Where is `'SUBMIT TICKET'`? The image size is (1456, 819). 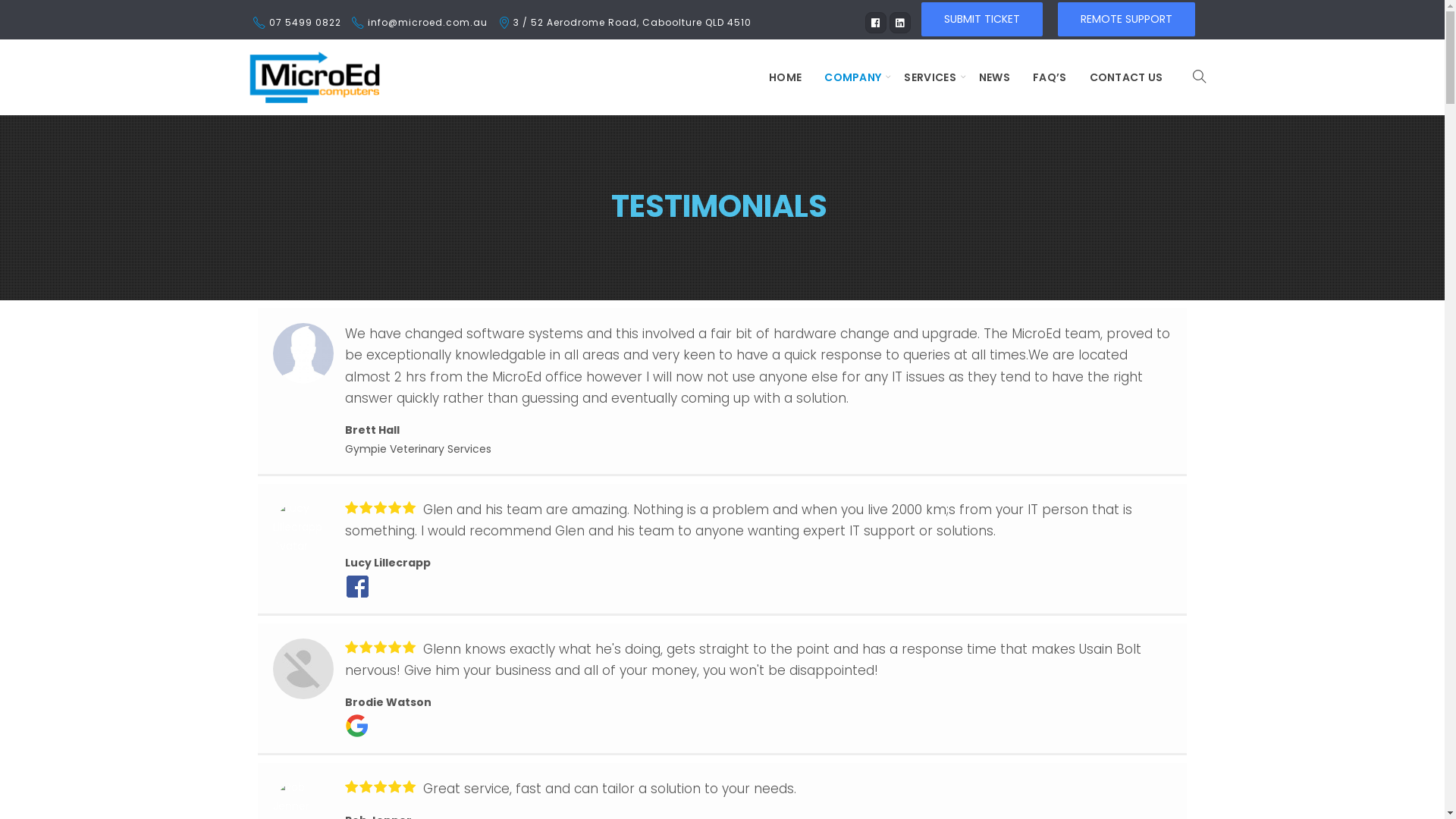
'SUBMIT TICKET' is located at coordinates (981, 18).